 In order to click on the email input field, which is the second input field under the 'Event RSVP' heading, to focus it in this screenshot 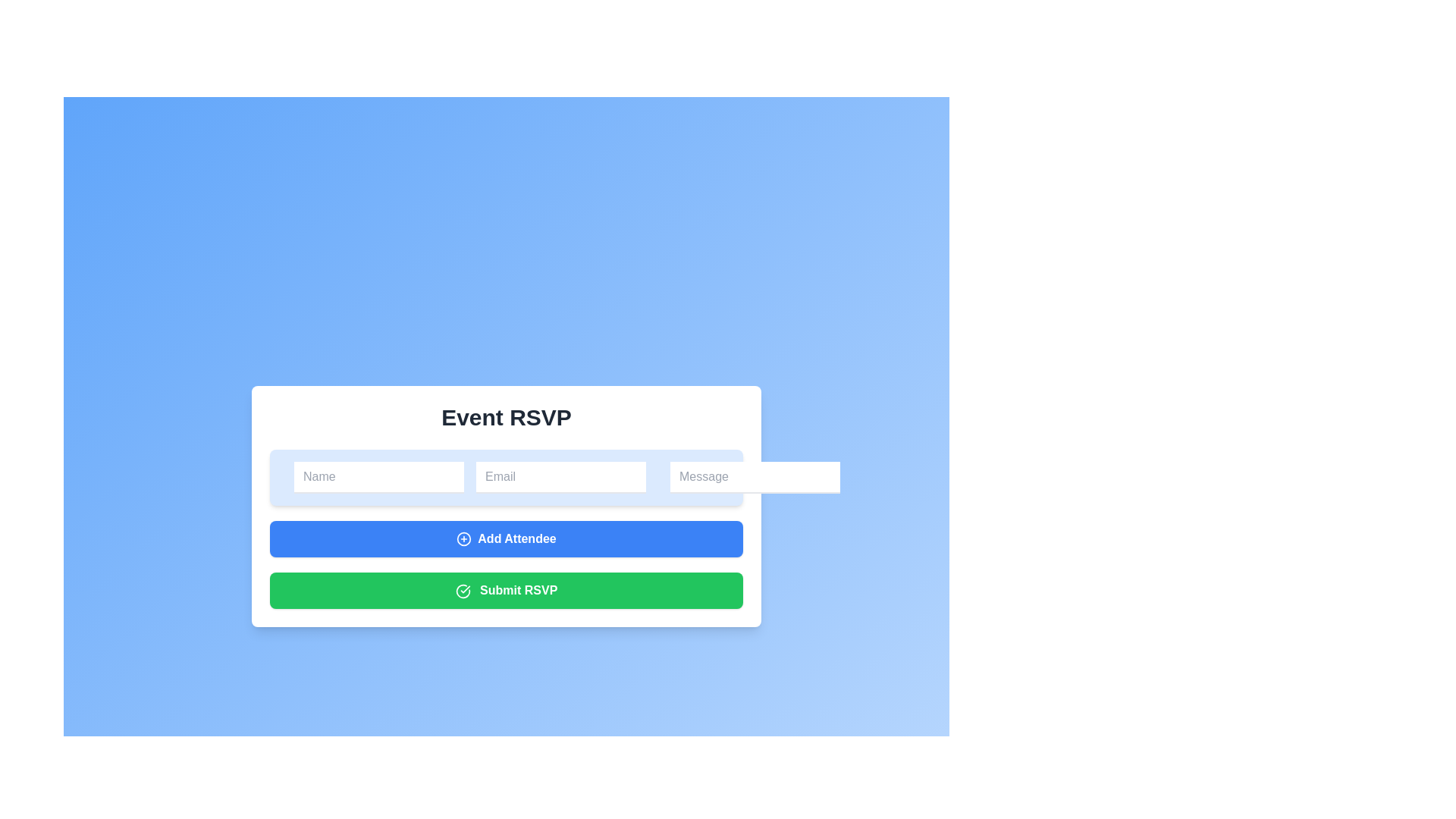, I will do `click(506, 476)`.